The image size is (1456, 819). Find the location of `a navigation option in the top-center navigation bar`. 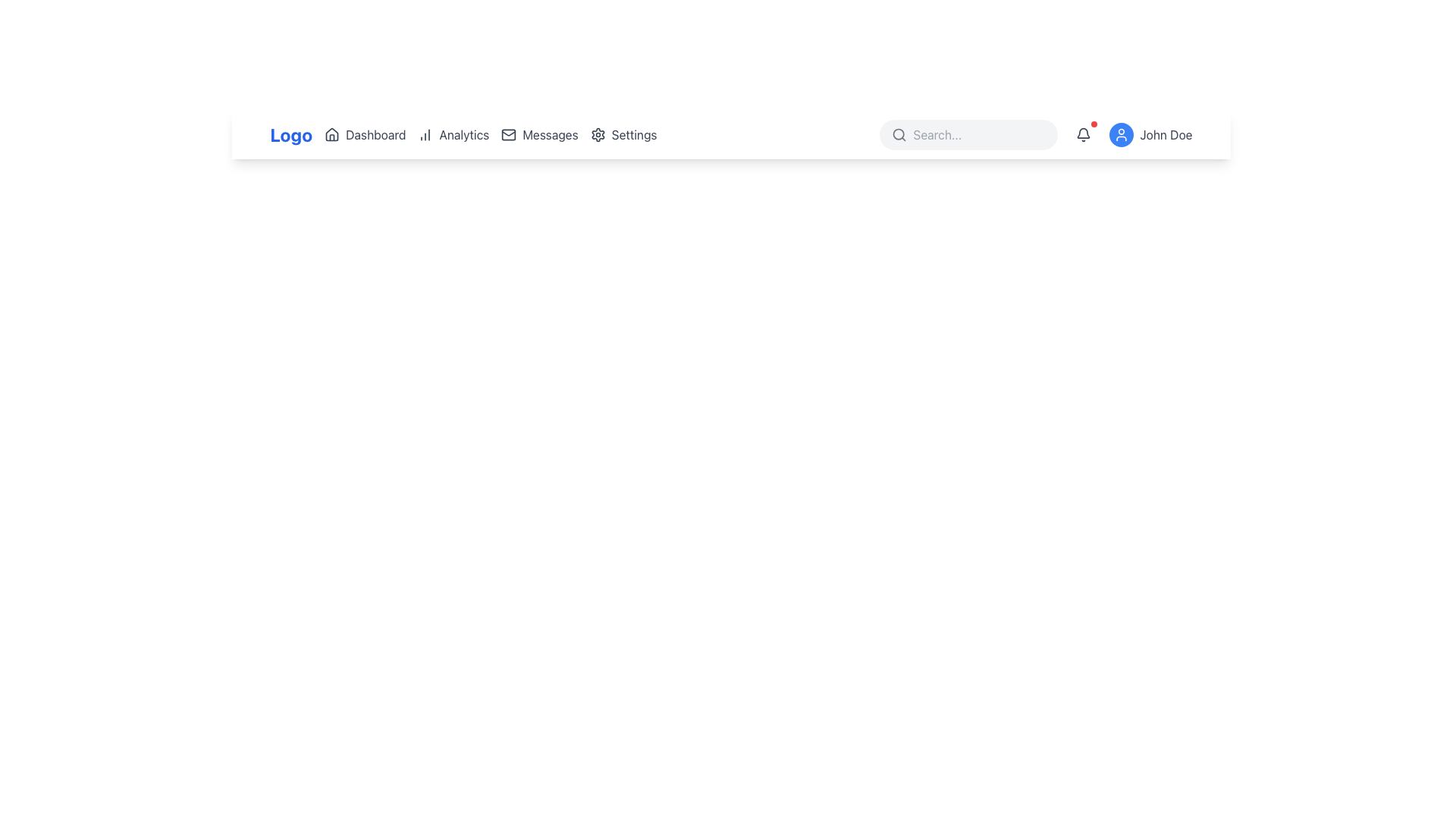

a navigation option in the top-center navigation bar is located at coordinates (731, 133).